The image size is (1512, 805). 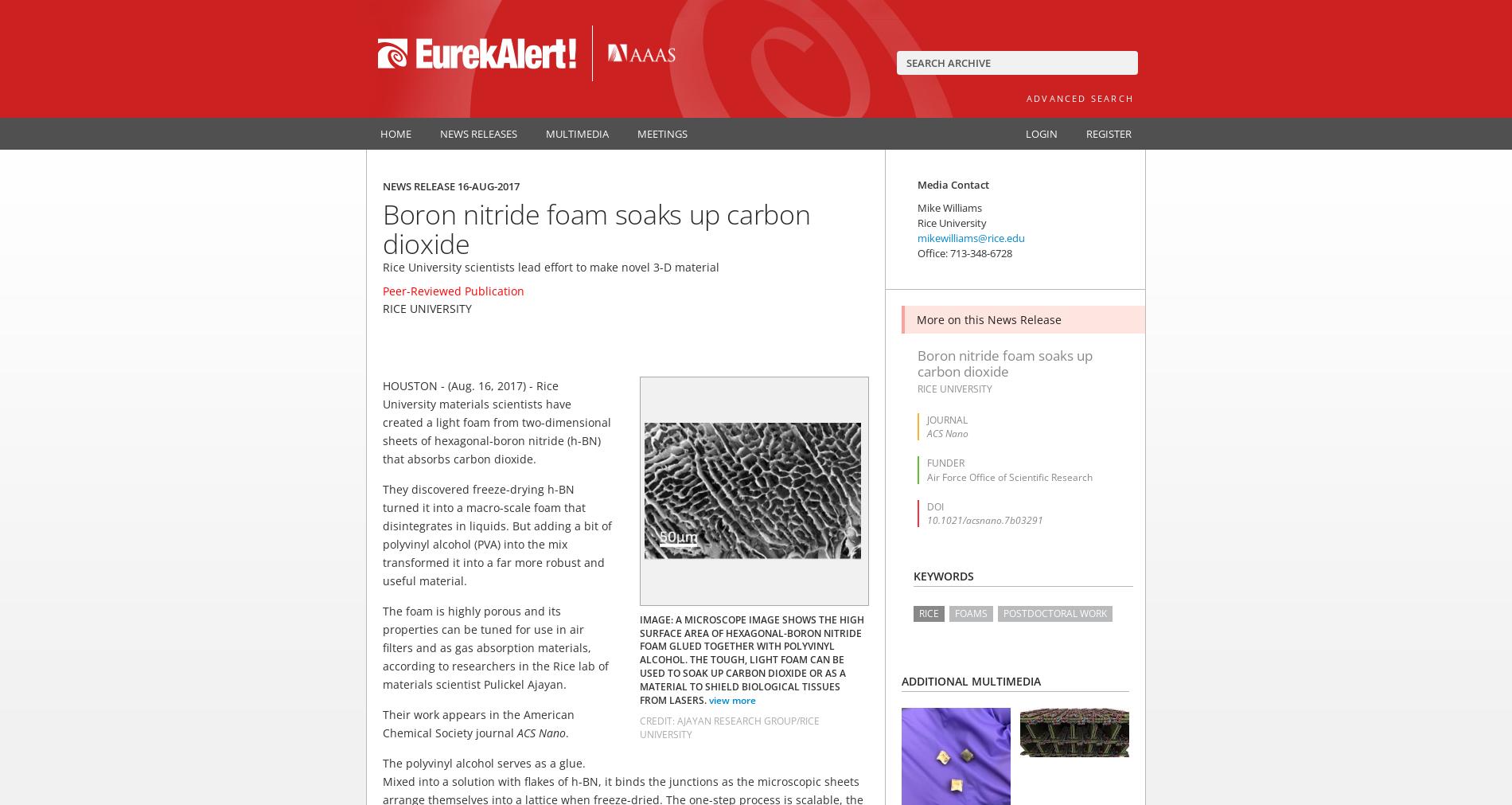 What do you see at coordinates (567, 732) in the screenshot?
I see `'.'` at bounding box center [567, 732].